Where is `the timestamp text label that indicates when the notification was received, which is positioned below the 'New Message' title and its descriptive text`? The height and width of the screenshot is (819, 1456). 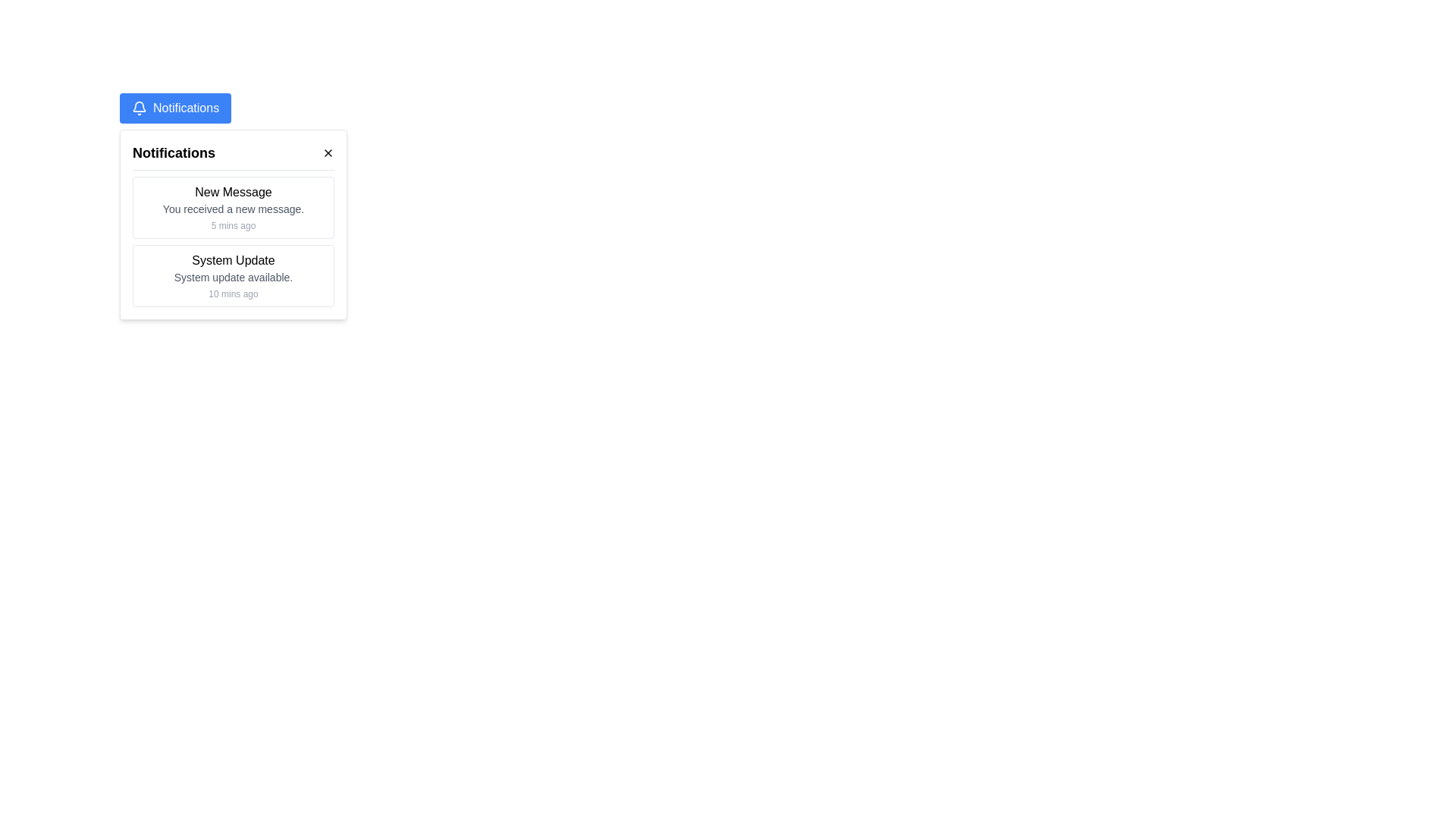
the timestamp text label that indicates when the notification was received, which is positioned below the 'New Message' title and its descriptive text is located at coordinates (232, 225).